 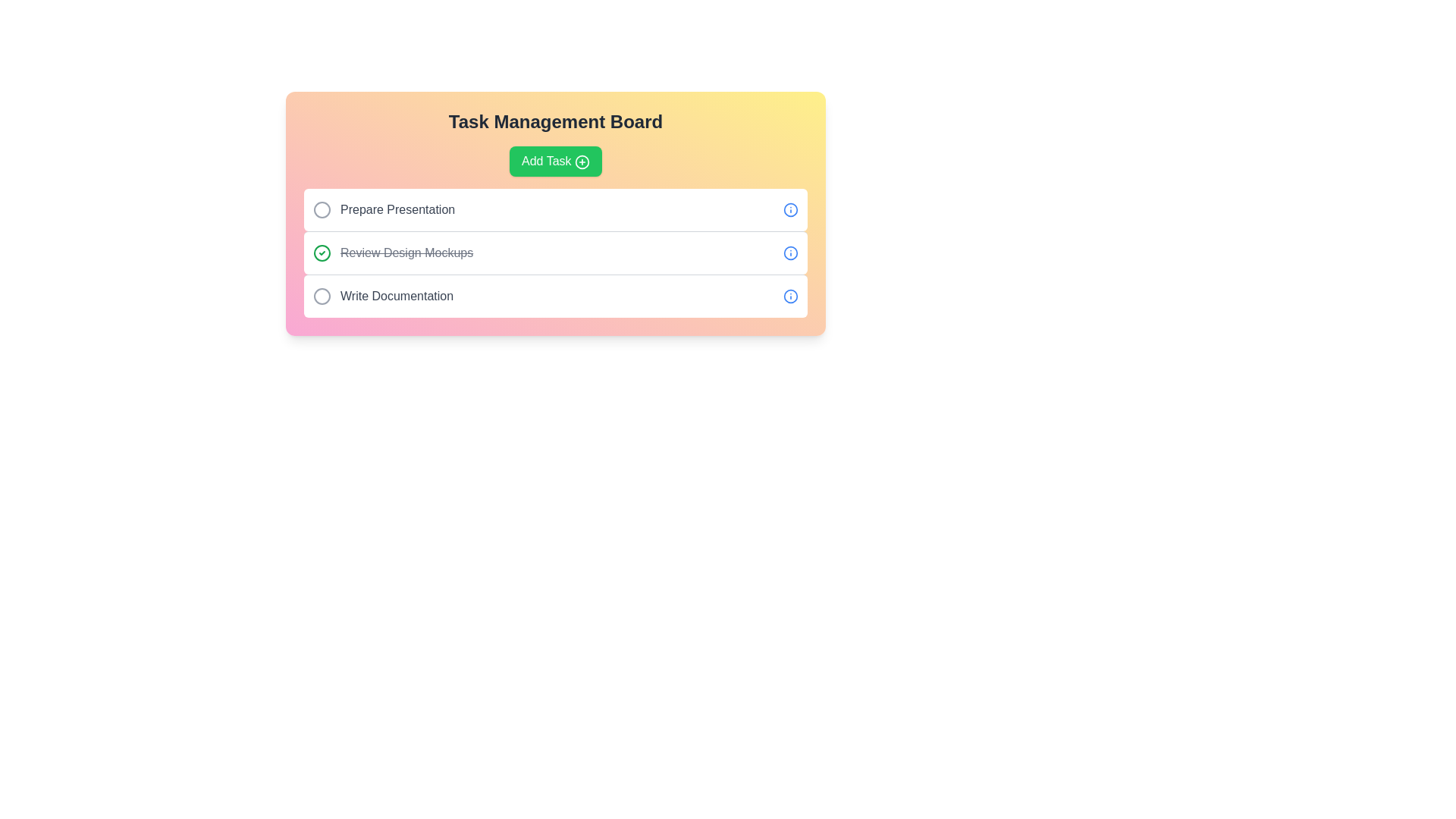 What do you see at coordinates (789, 253) in the screenshot?
I see `the 'Info' icon next to the task 'Review Design Mockups' to view its details` at bounding box center [789, 253].